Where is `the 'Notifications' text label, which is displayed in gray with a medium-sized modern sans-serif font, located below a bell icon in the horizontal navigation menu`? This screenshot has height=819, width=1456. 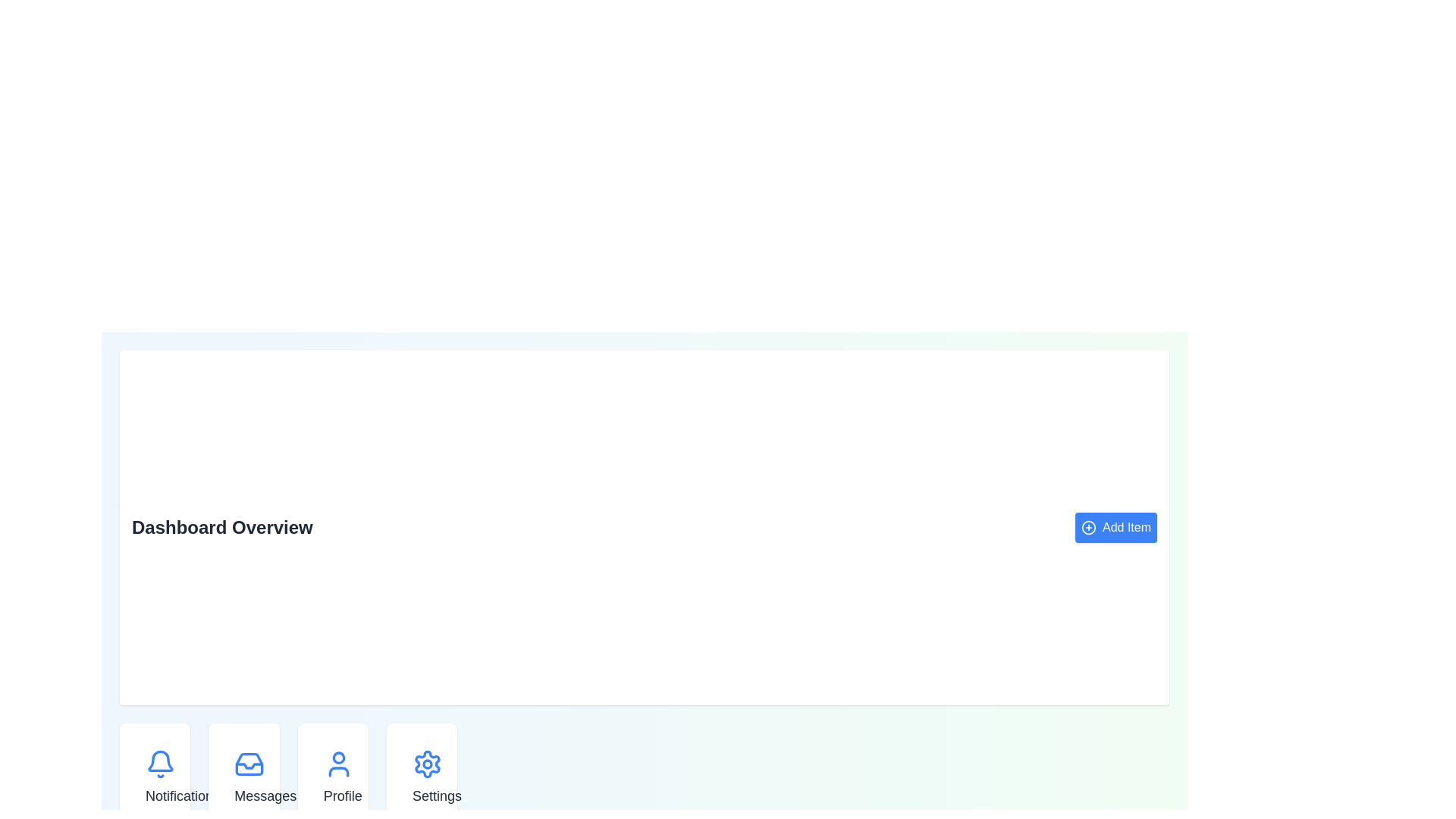 the 'Notifications' text label, which is displayed in gray with a medium-sized modern sans-serif font, located below a bell icon in the horizontal navigation menu is located at coordinates (182, 795).